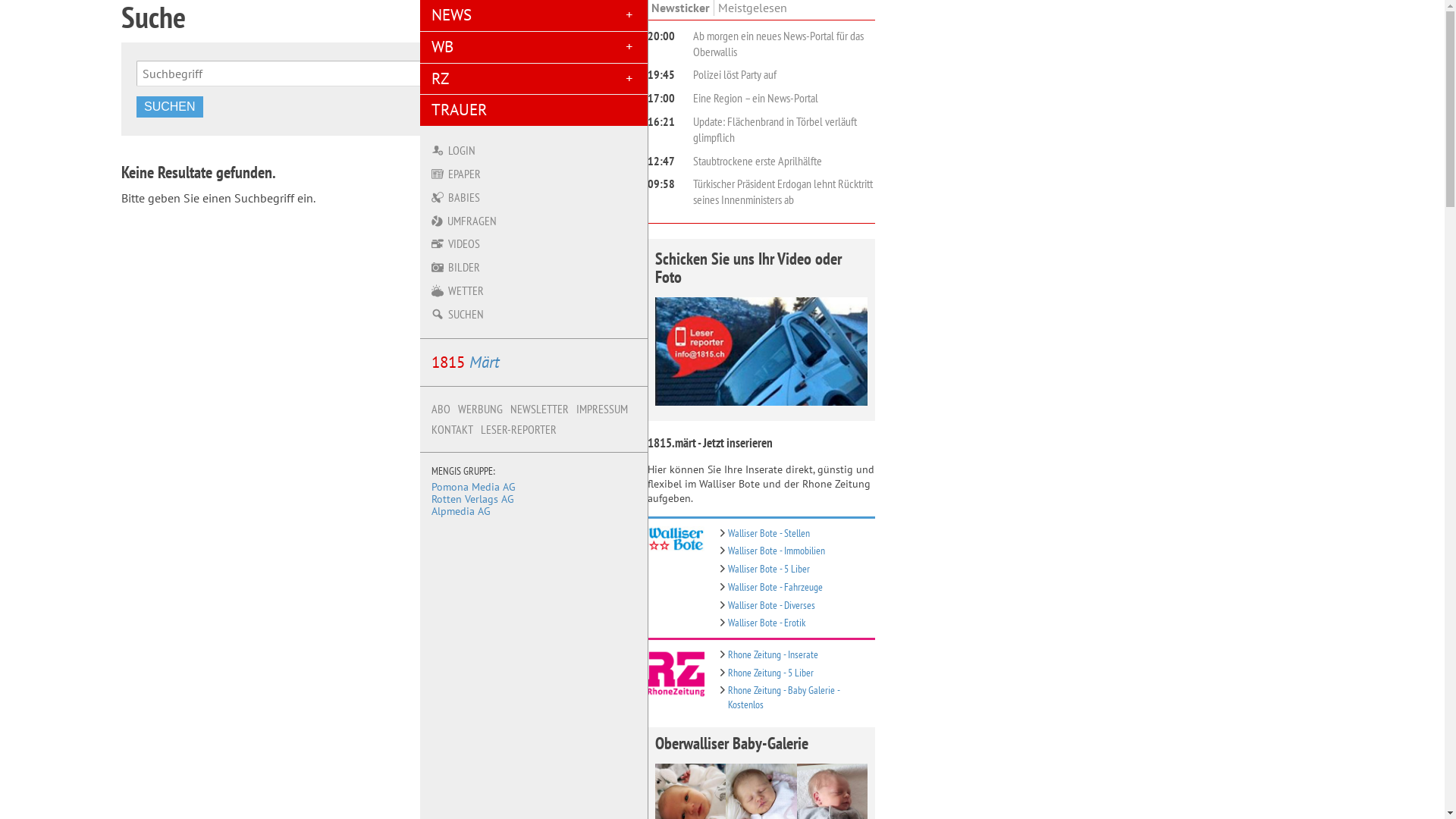  I want to click on 'WETTER', so click(534, 290).